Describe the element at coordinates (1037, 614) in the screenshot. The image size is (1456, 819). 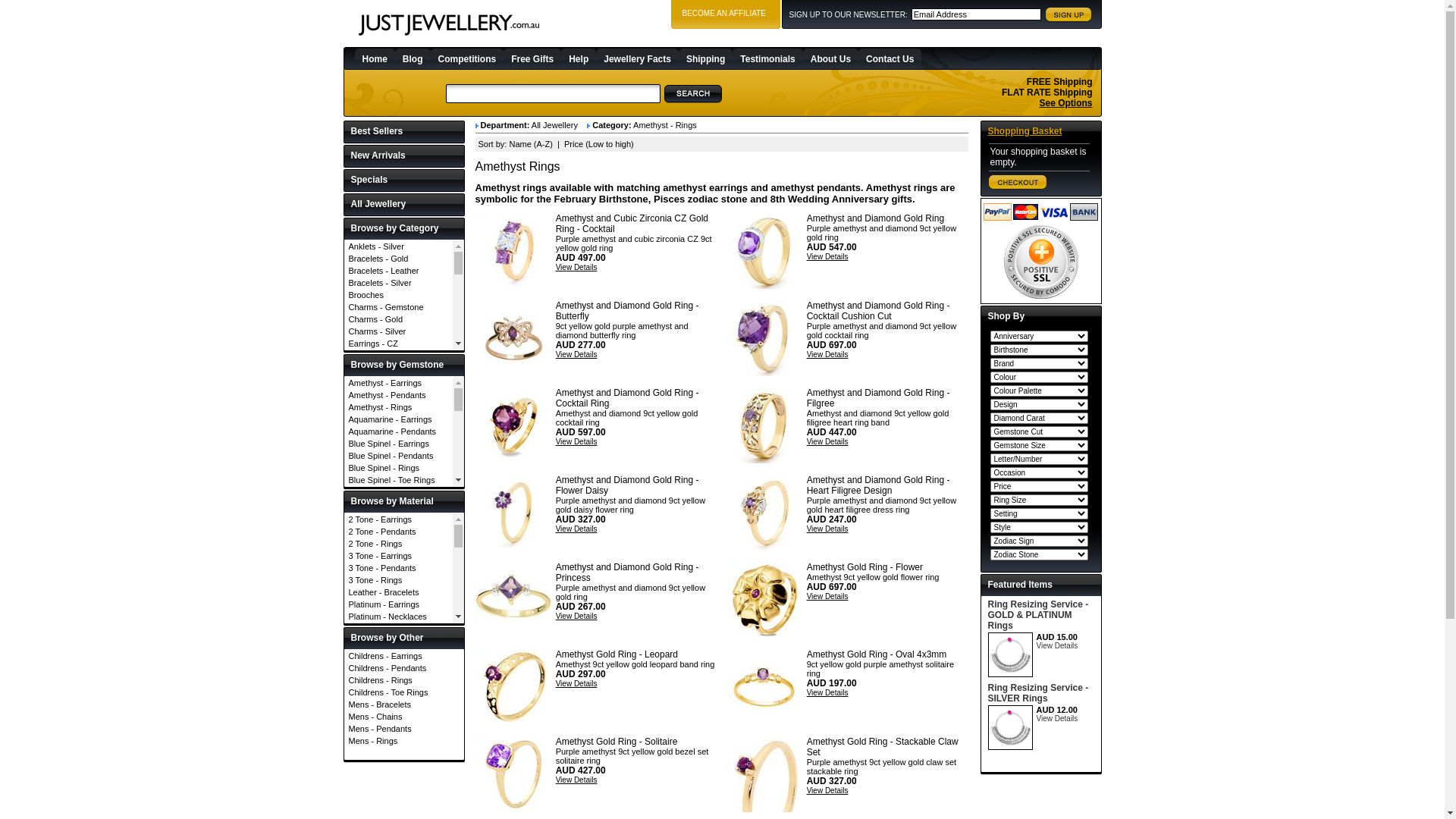
I see `'Ring Resizing Service - GOLD & PLATINUM Rings'` at that location.